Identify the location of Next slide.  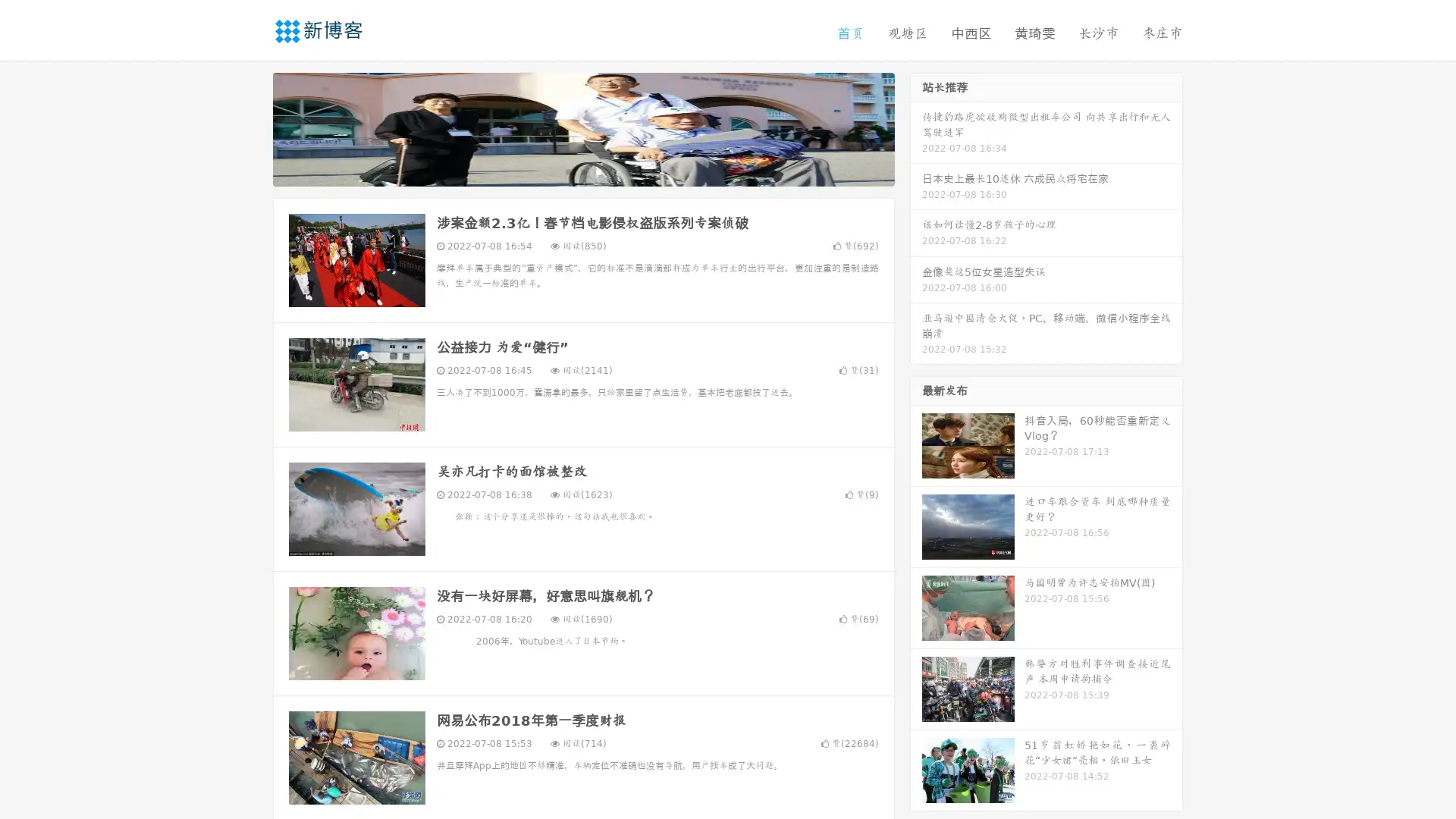
(916, 127).